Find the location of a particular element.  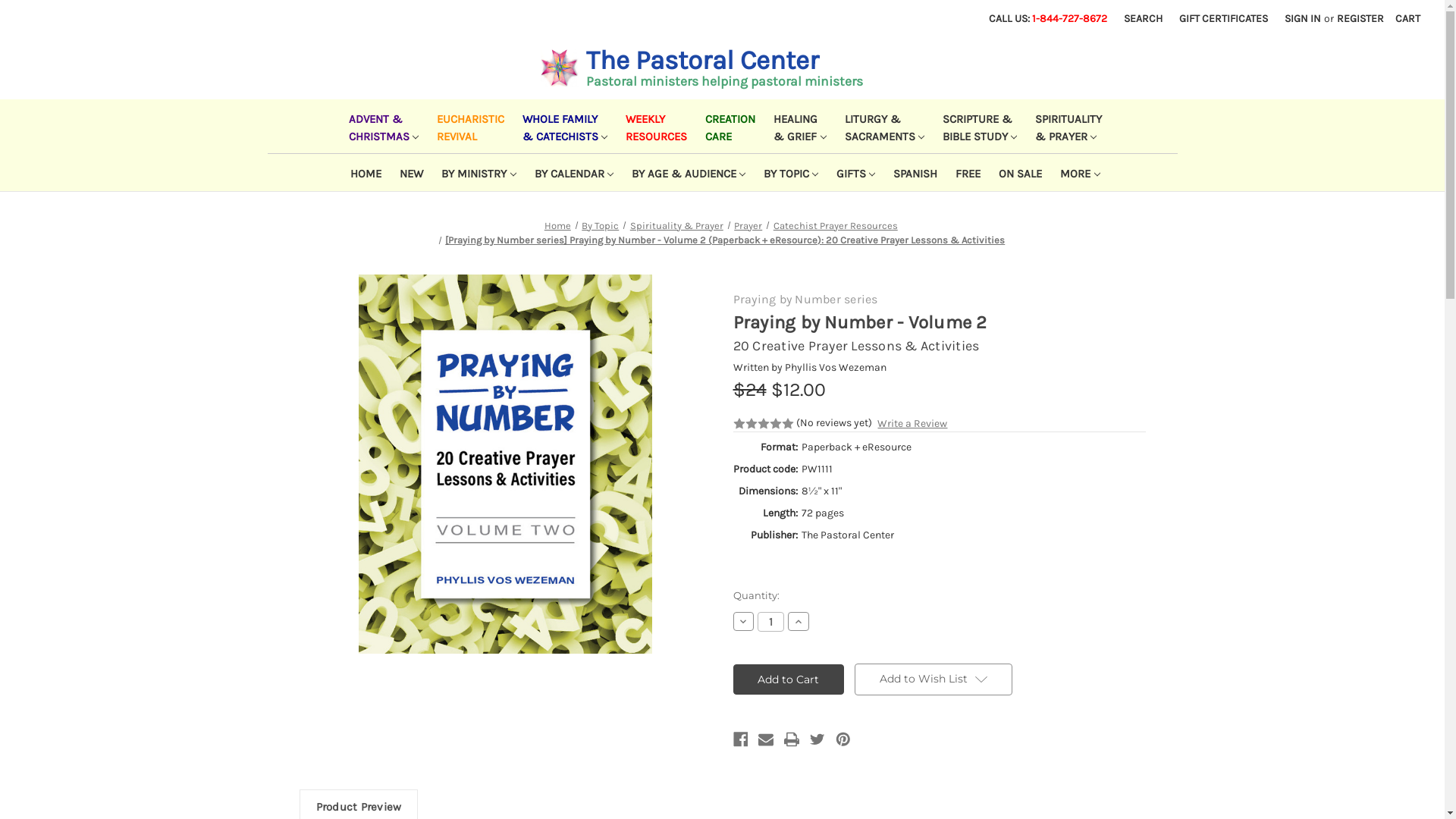

'Email' is located at coordinates (765, 739).